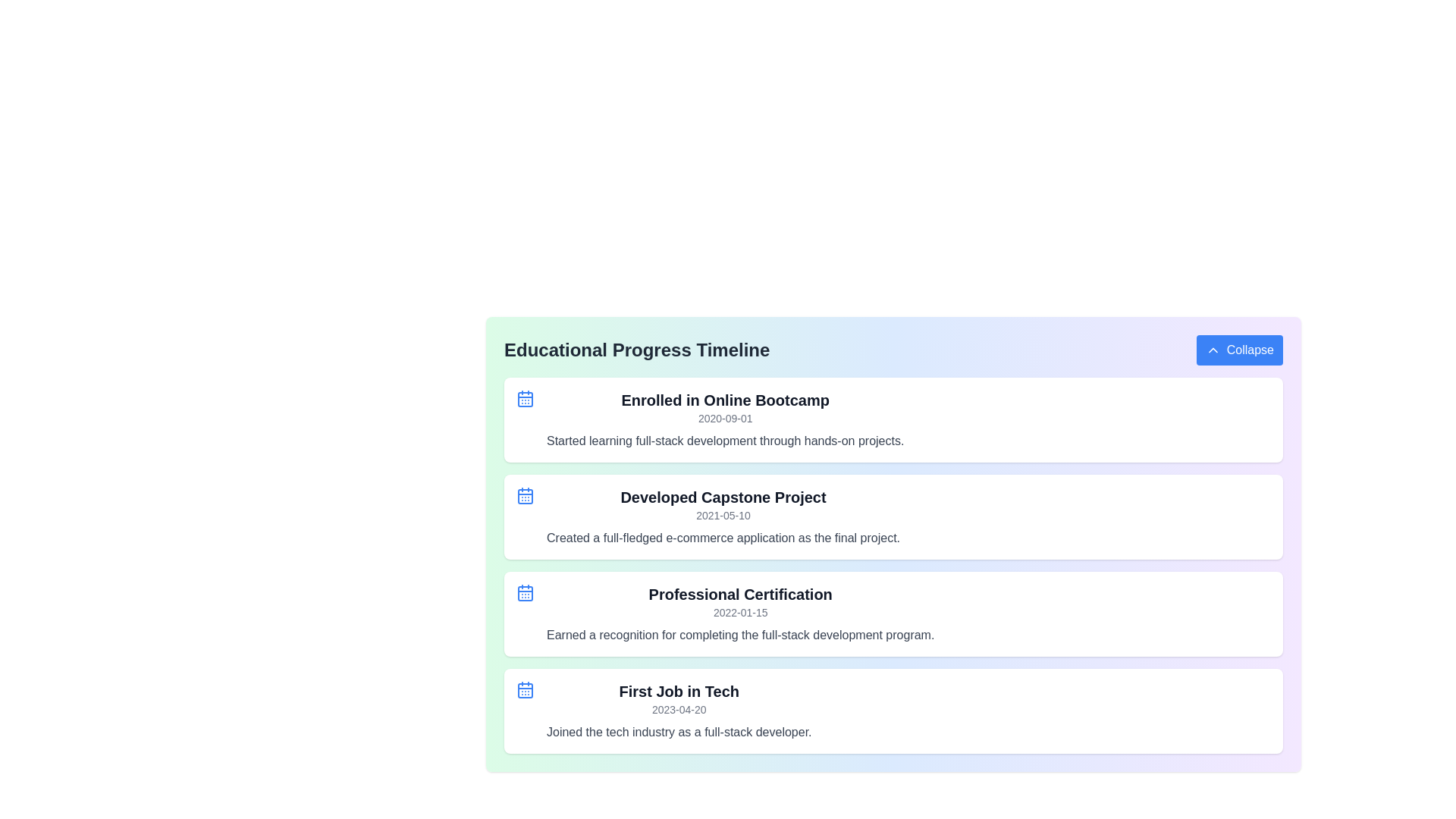 The width and height of the screenshot is (1456, 819). What do you see at coordinates (893, 420) in the screenshot?
I see `the topmost milestone in the vertical timeline layout` at bounding box center [893, 420].